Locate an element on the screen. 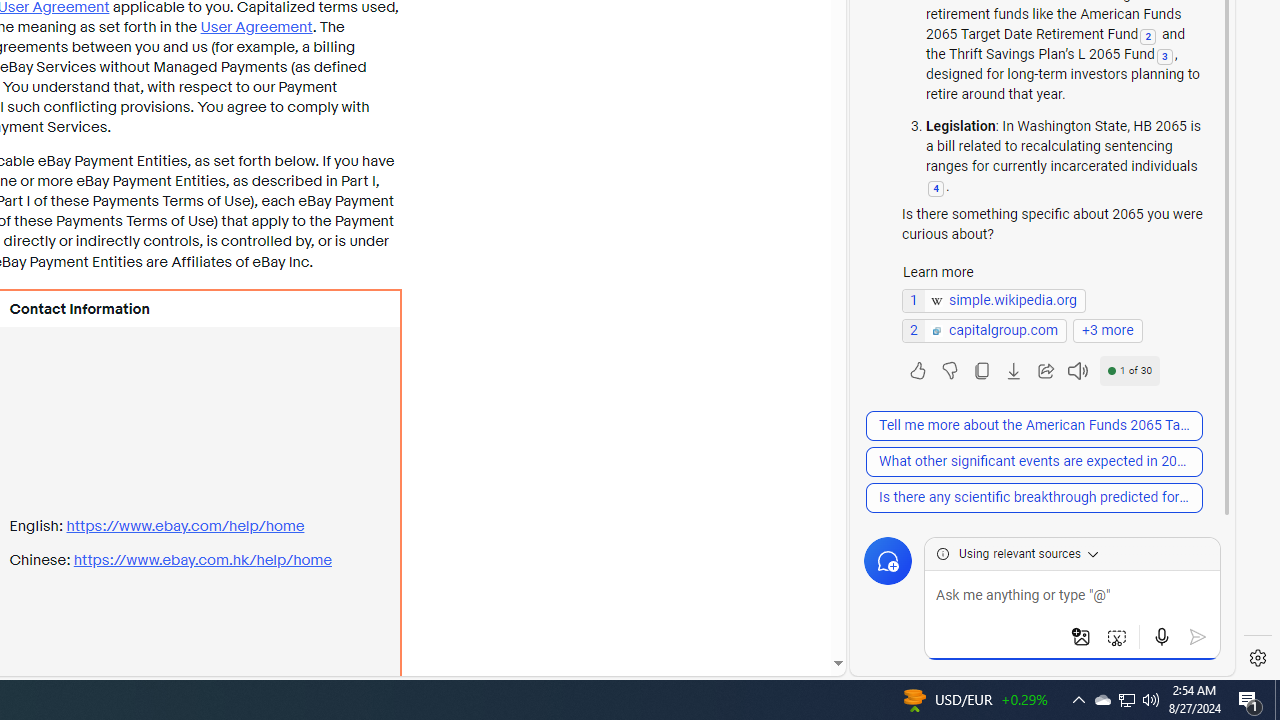  'User Agreement' is located at coordinates (255, 27).